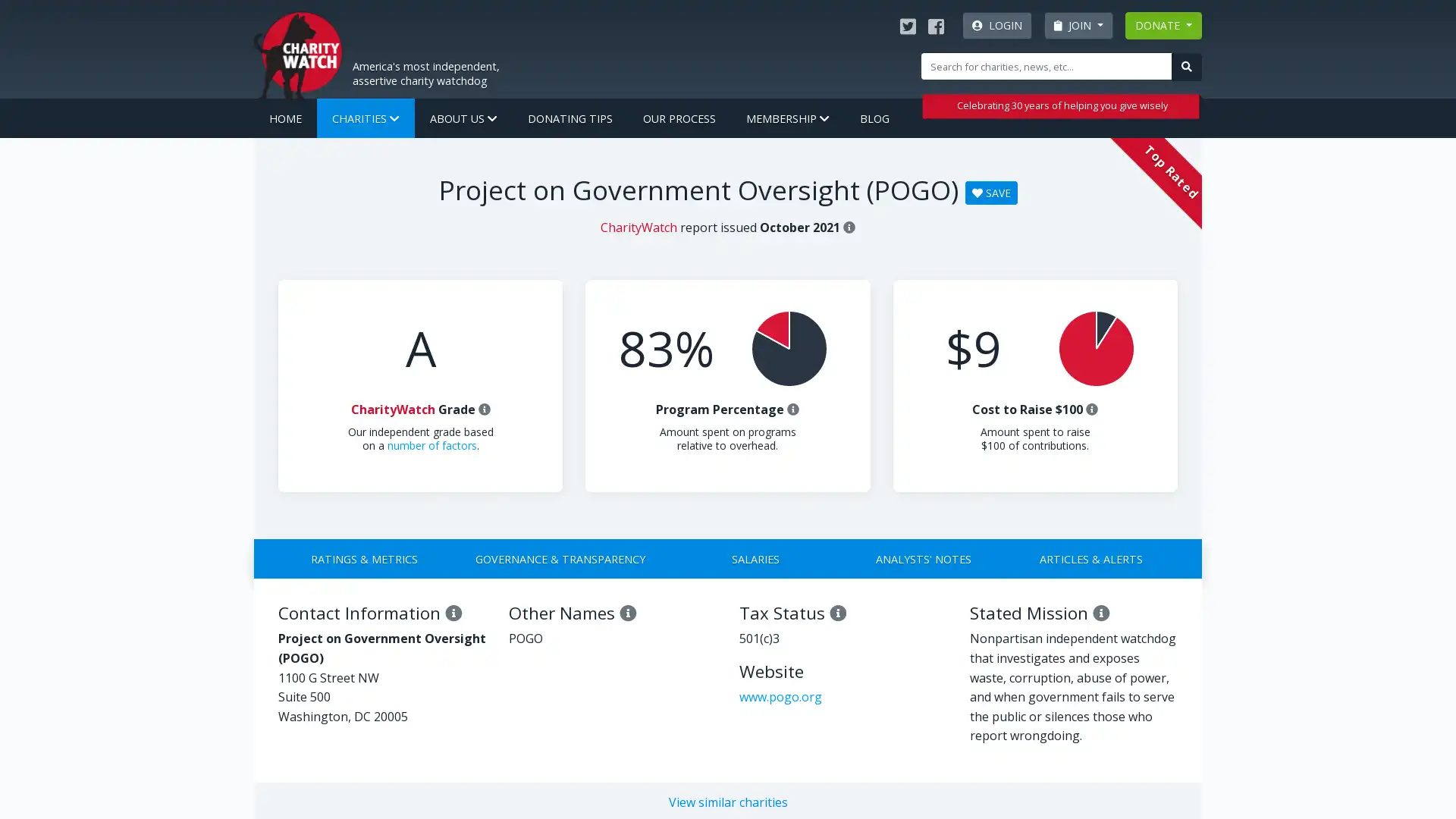 This screenshot has width=1456, height=819. What do you see at coordinates (990, 192) in the screenshot?
I see `SAVE` at bounding box center [990, 192].